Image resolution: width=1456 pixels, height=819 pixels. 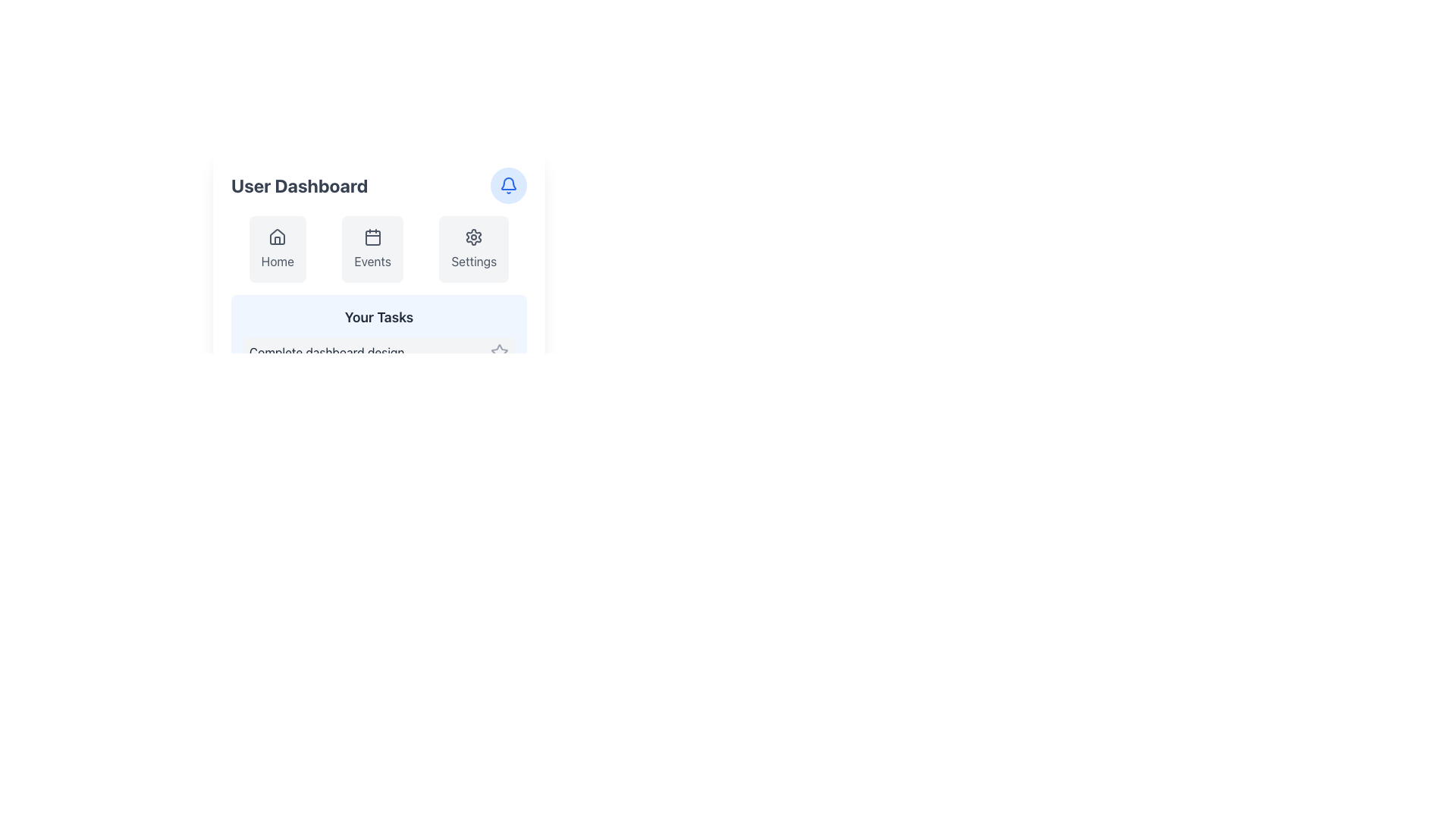 I want to click on the star icon in the lower-right corner of a task item under the 'Your Tasks' section, so click(x=499, y=352).